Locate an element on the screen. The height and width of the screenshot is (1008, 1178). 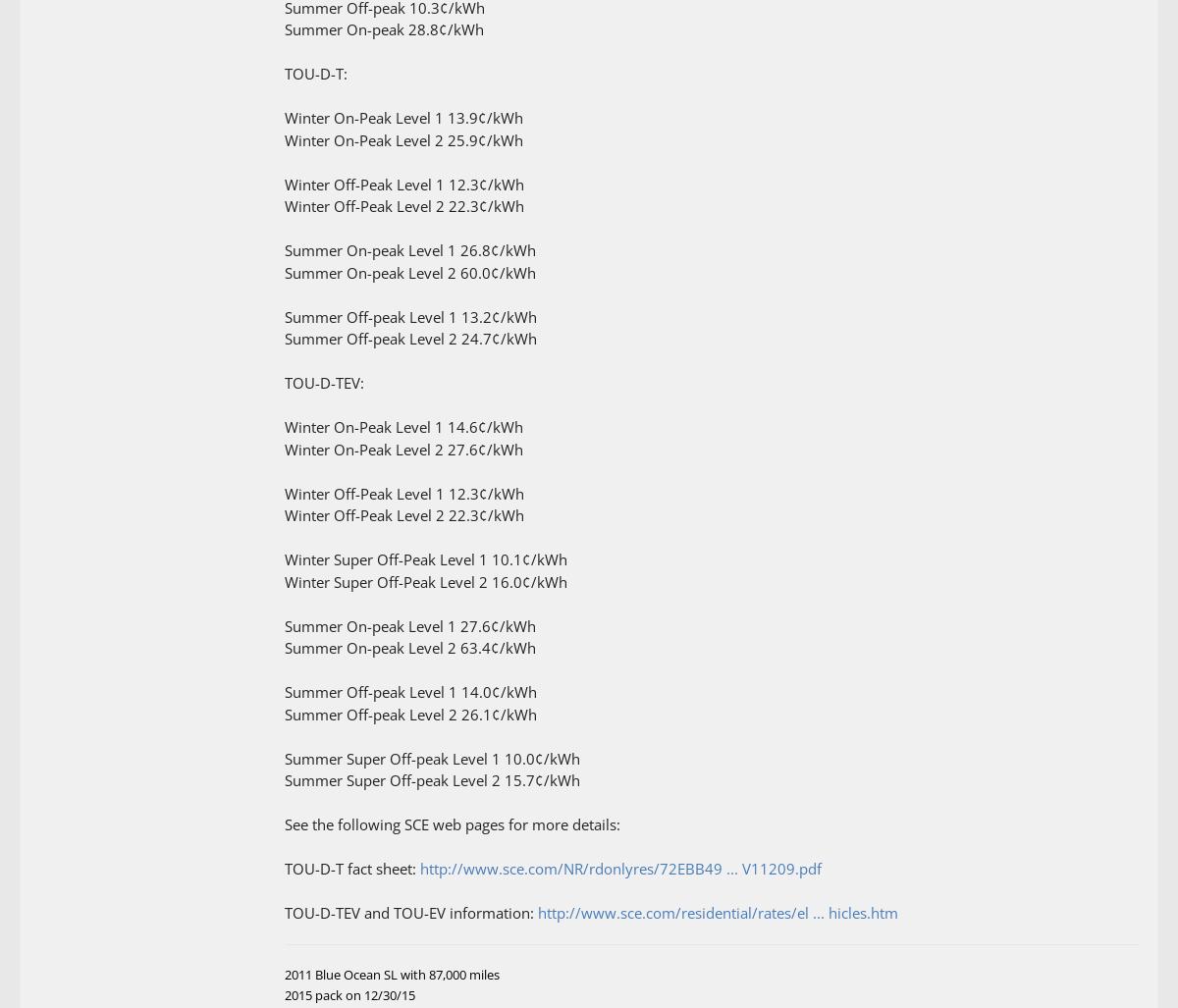
'Summer Off-peak Level 2 24.7¢/kWh' is located at coordinates (284, 338).